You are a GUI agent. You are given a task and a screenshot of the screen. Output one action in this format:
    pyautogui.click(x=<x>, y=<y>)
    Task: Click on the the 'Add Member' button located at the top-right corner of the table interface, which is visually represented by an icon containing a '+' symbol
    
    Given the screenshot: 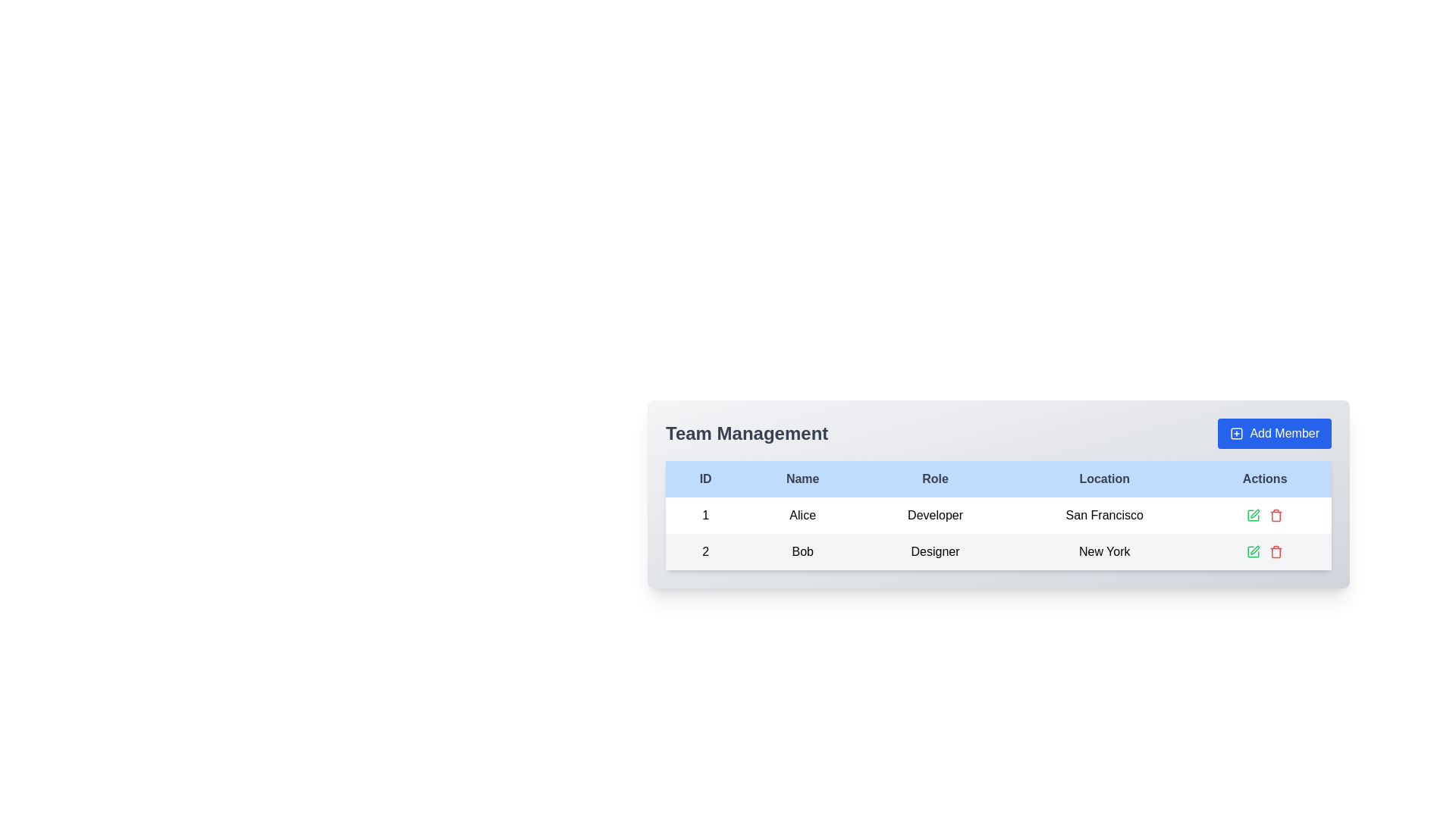 What is the action you would take?
    pyautogui.click(x=1237, y=433)
    